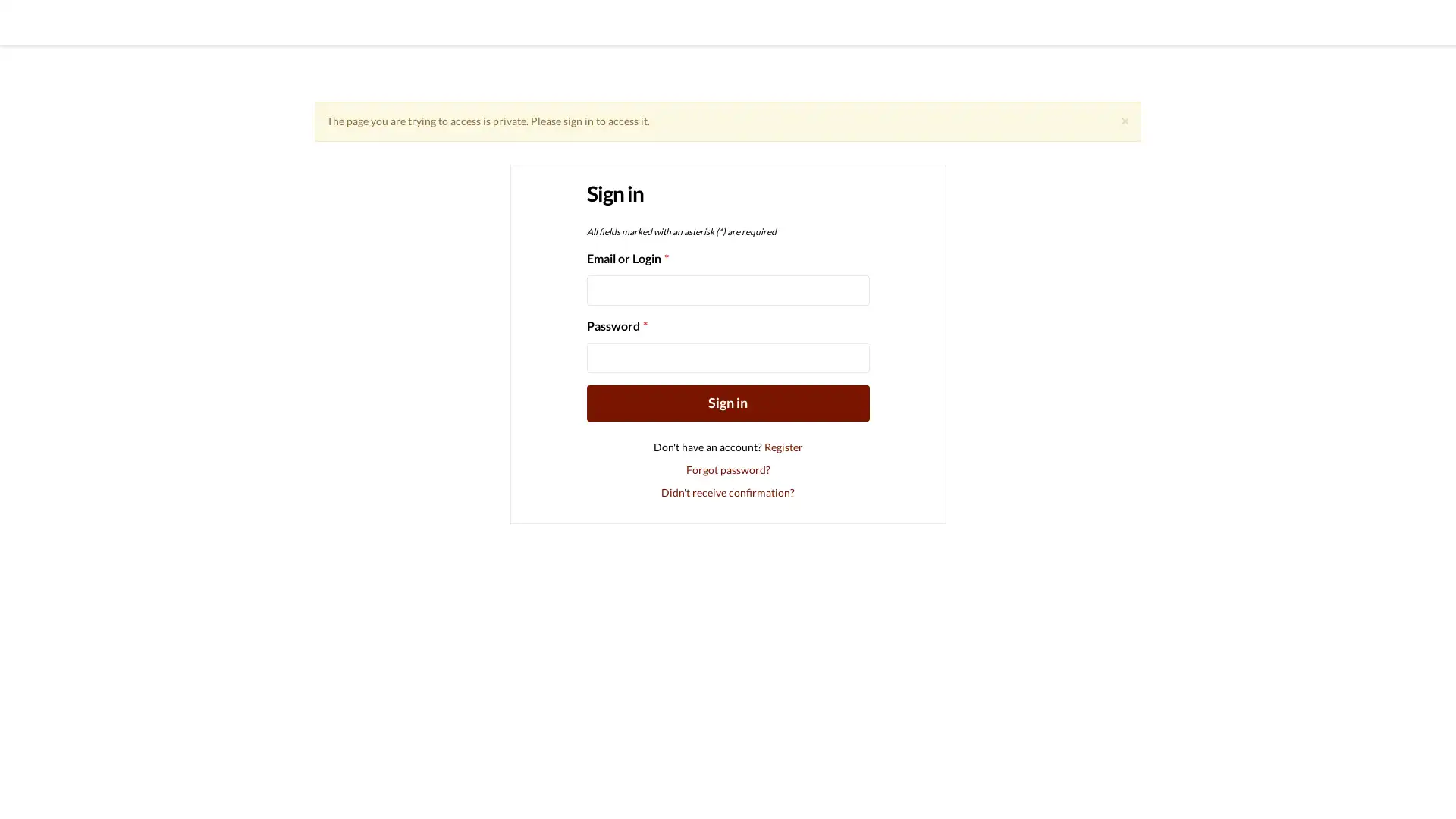 The height and width of the screenshot is (819, 1456). I want to click on Close, so click(1125, 119).